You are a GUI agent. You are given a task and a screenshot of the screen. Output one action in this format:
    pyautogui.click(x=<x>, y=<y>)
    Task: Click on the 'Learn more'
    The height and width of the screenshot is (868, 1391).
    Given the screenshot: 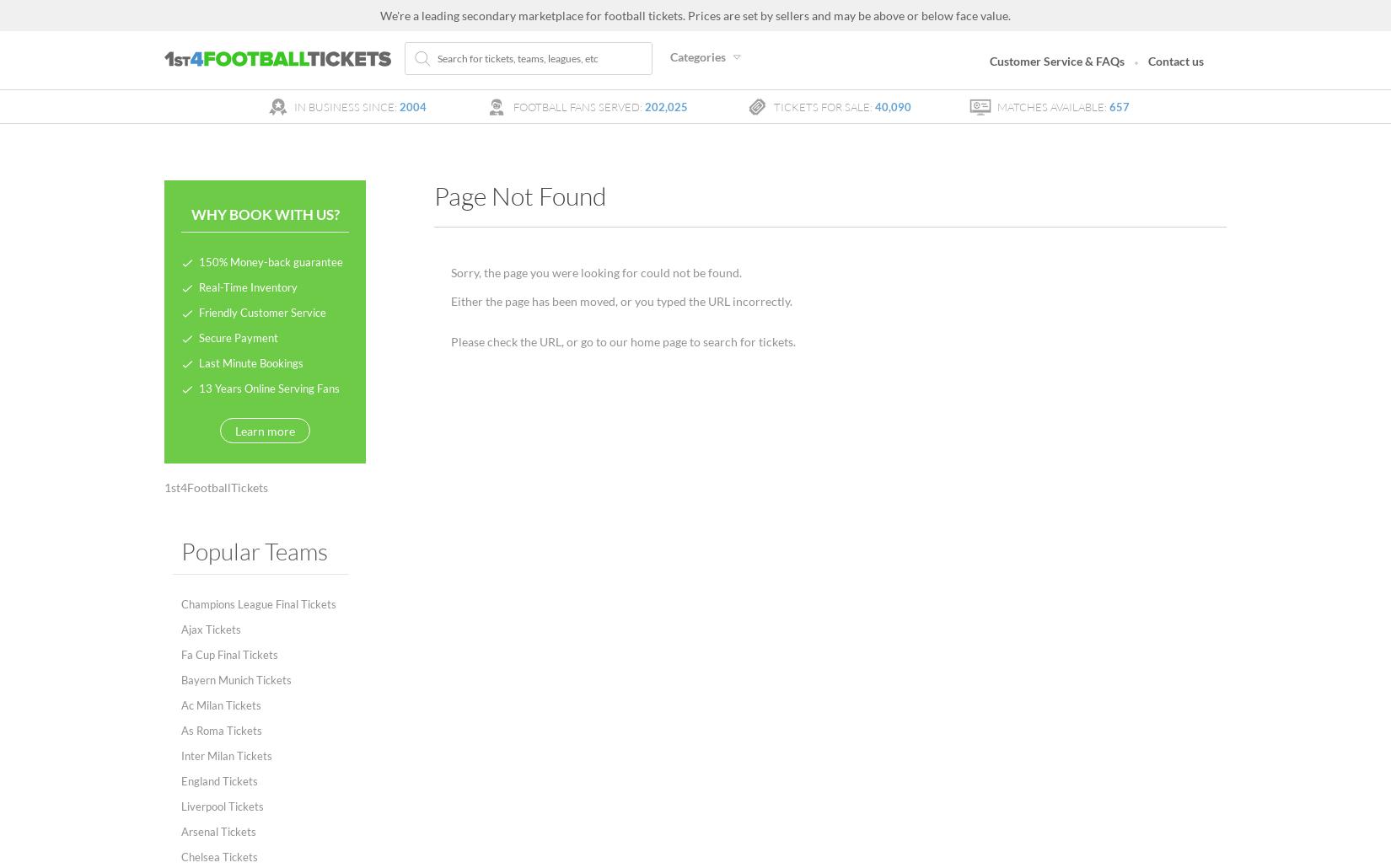 What is the action you would take?
    pyautogui.click(x=265, y=430)
    